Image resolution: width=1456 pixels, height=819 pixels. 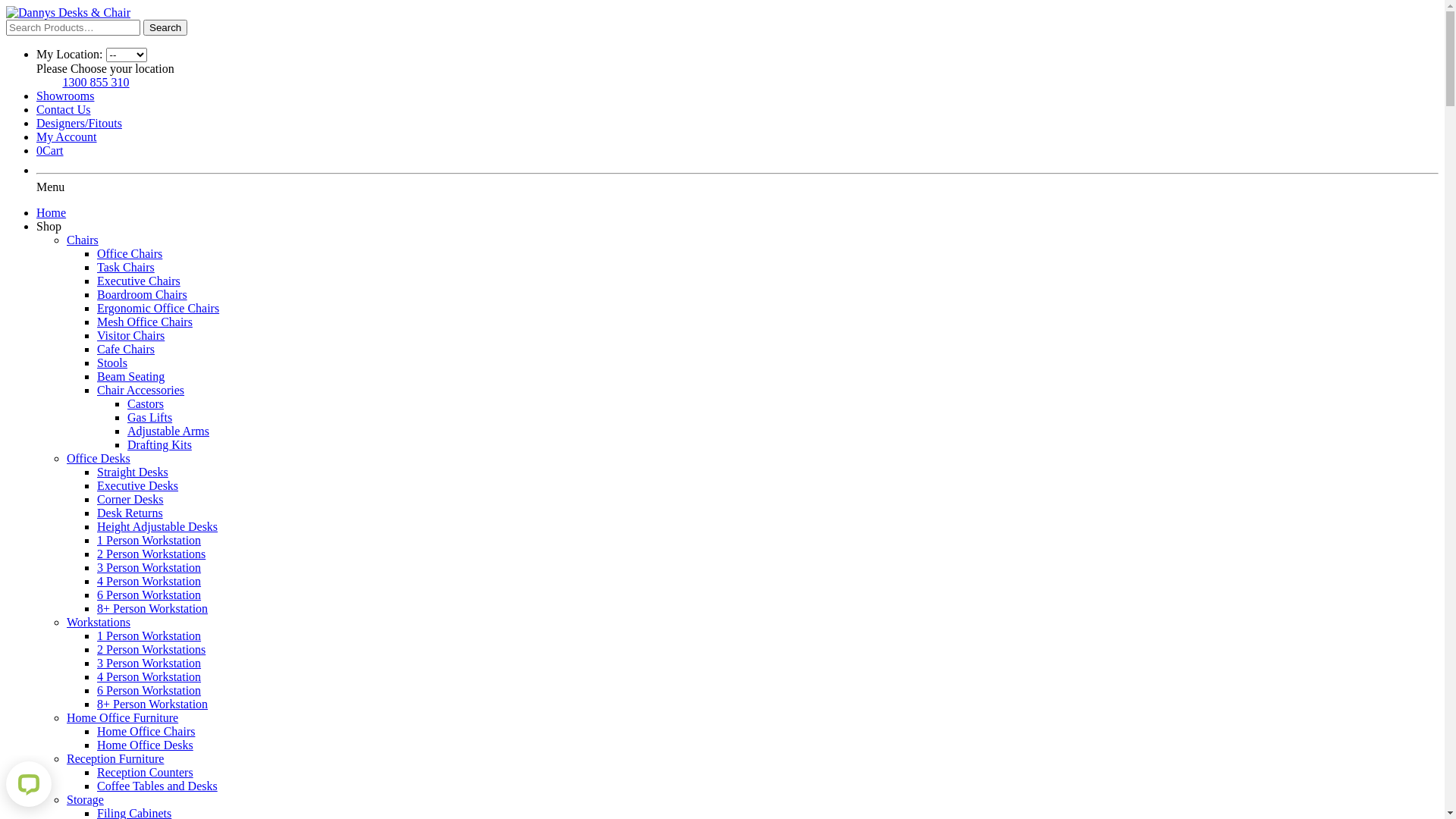 I want to click on 'Storage', so click(x=84, y=799).